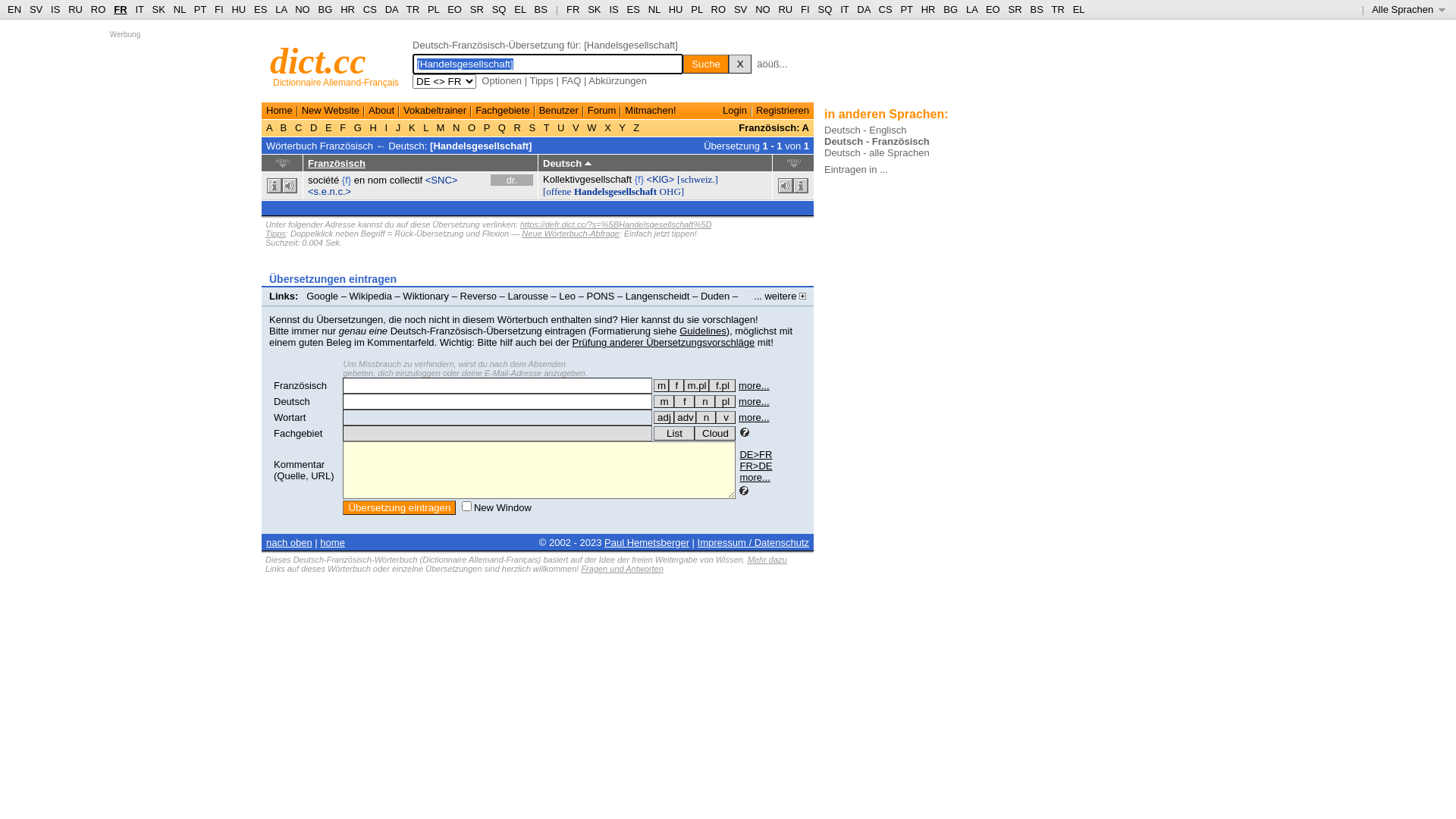  Describe the element at coordinates (501, 80) in the screenshot. I see `'Optionen'` at that location.